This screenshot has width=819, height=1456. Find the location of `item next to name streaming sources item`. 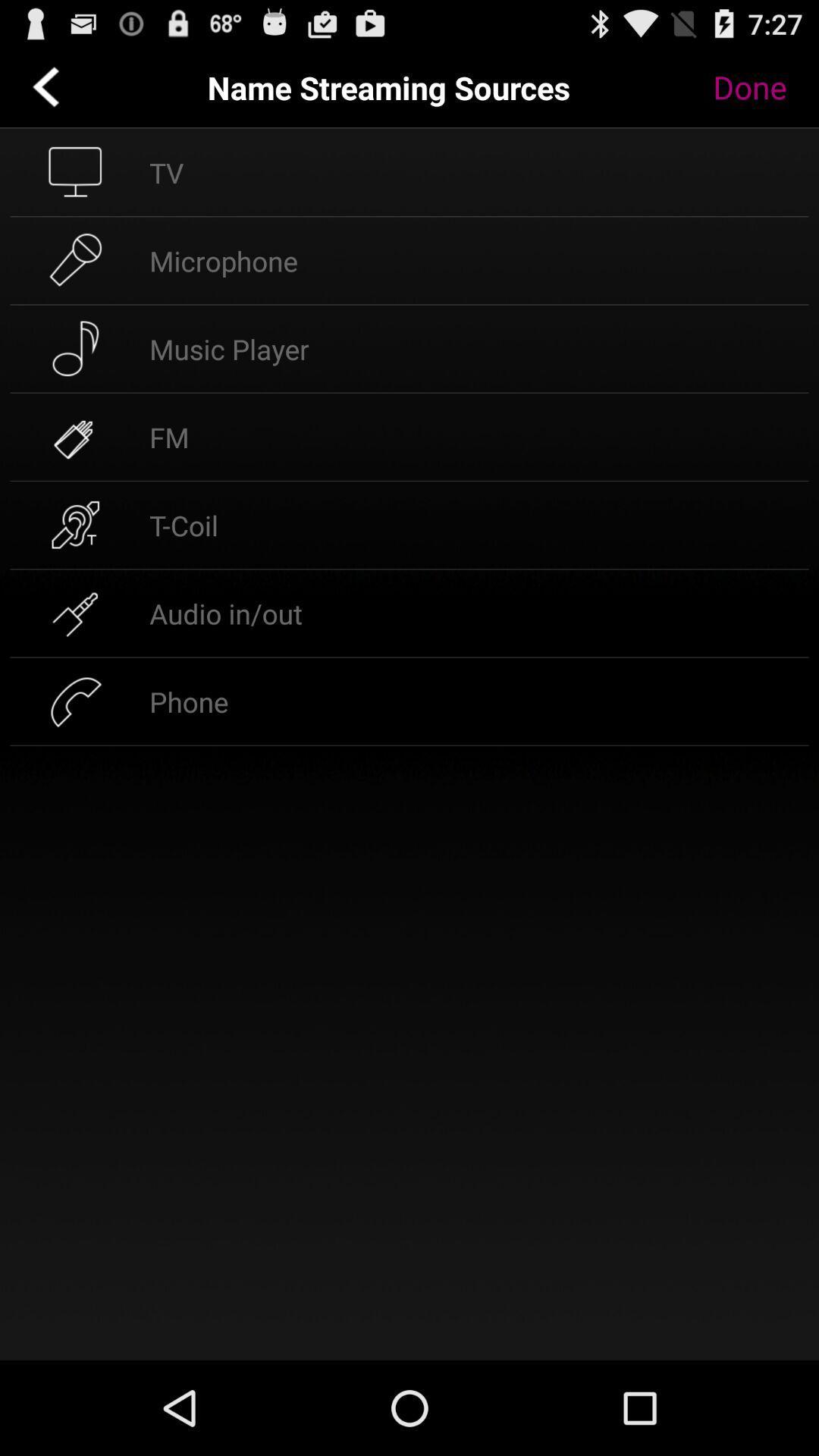

item next to name streaming sources item is located at coordinates (761, 86).